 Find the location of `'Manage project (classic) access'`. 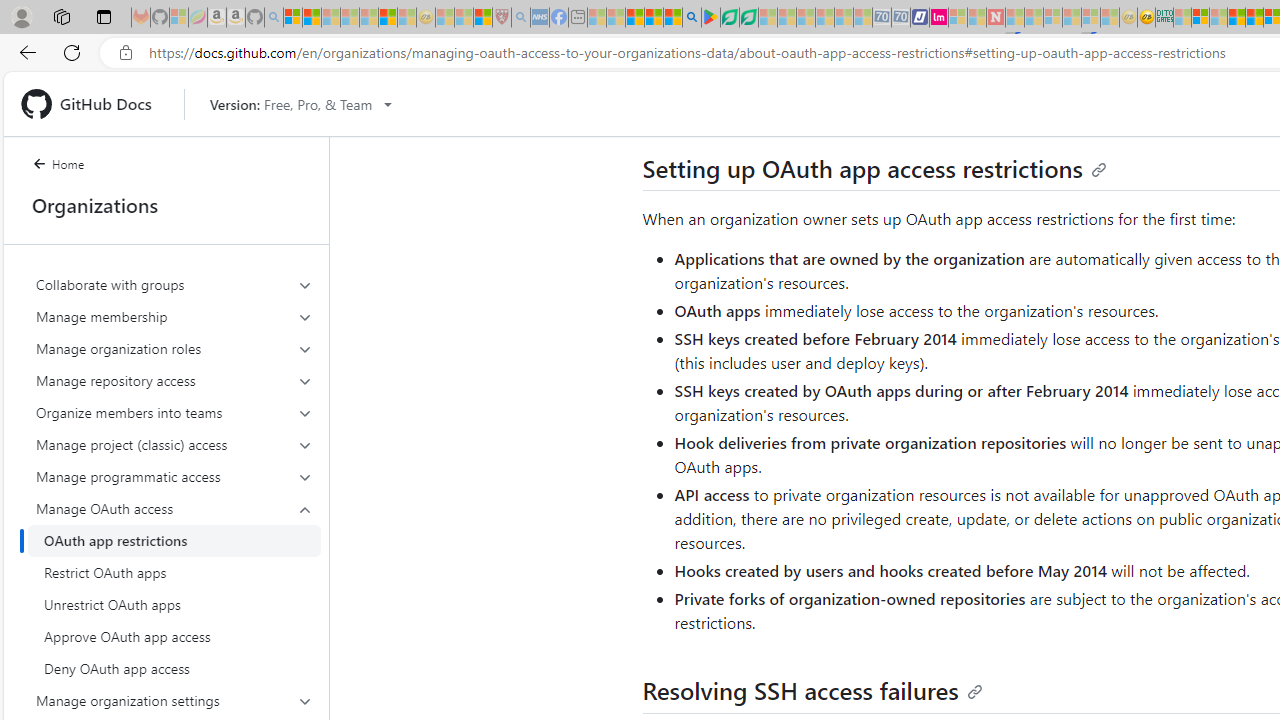

'Manage project (classic) access' is located at coordinates (174, 443).